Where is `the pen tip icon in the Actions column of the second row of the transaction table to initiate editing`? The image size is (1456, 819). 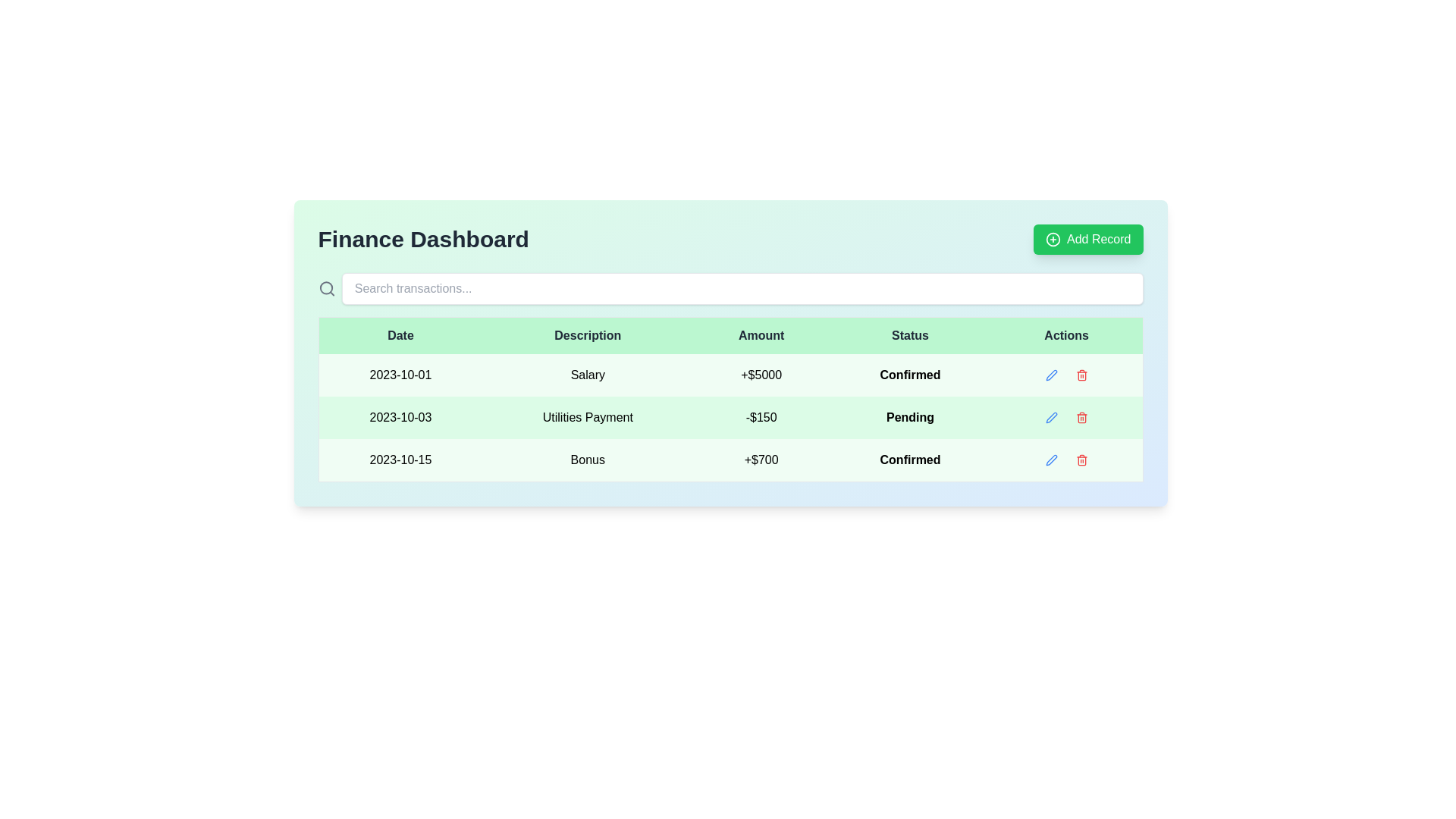
the pen tip icon in the Actions column of the second row of the transaction table to initiate editing is located at coordinates (1050, 418).